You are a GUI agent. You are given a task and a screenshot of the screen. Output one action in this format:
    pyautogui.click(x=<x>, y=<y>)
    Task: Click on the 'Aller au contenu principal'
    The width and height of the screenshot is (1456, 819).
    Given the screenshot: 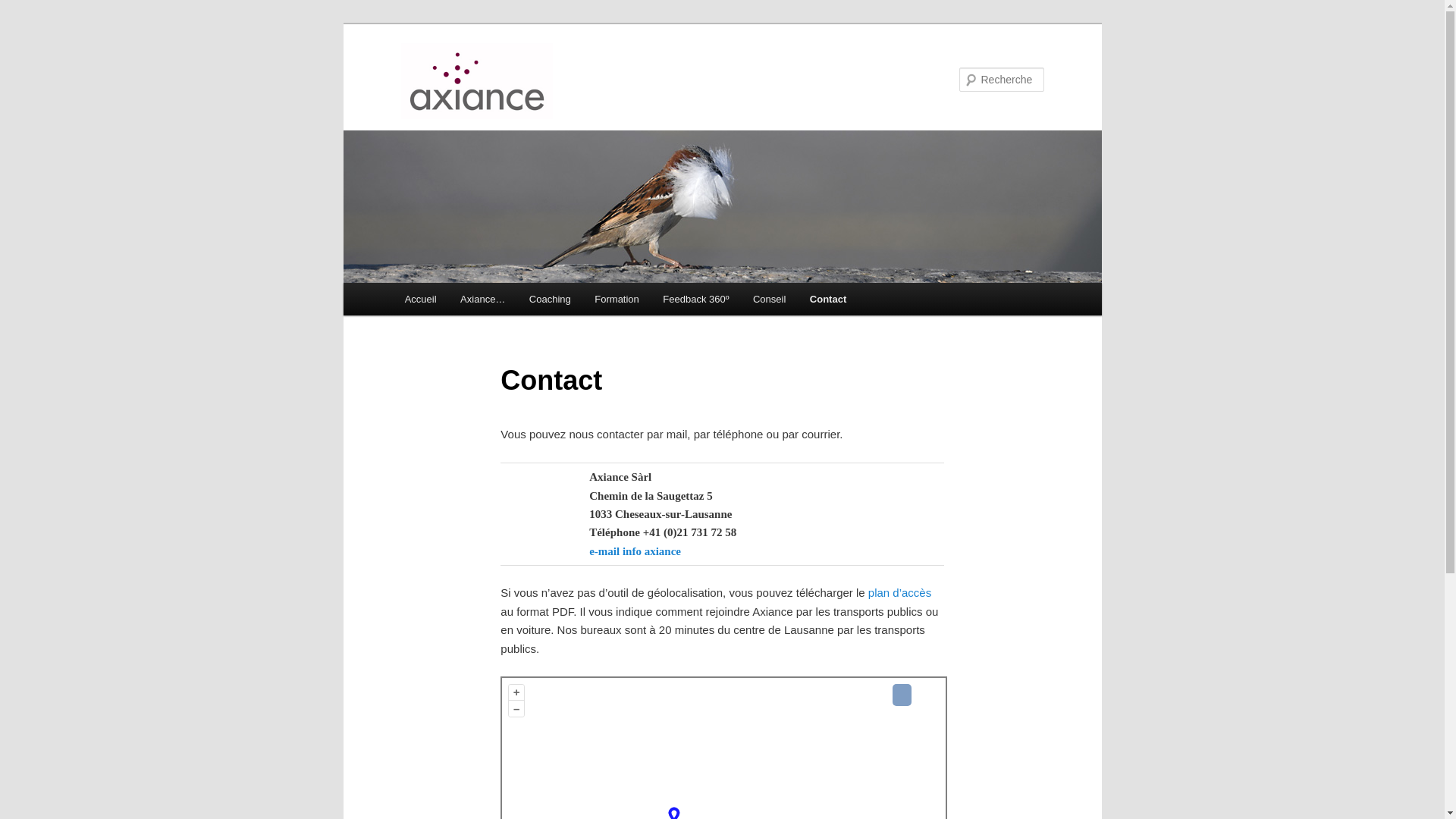 What is the action you would take?
    pyautogui.click(x=414, y=283)
    